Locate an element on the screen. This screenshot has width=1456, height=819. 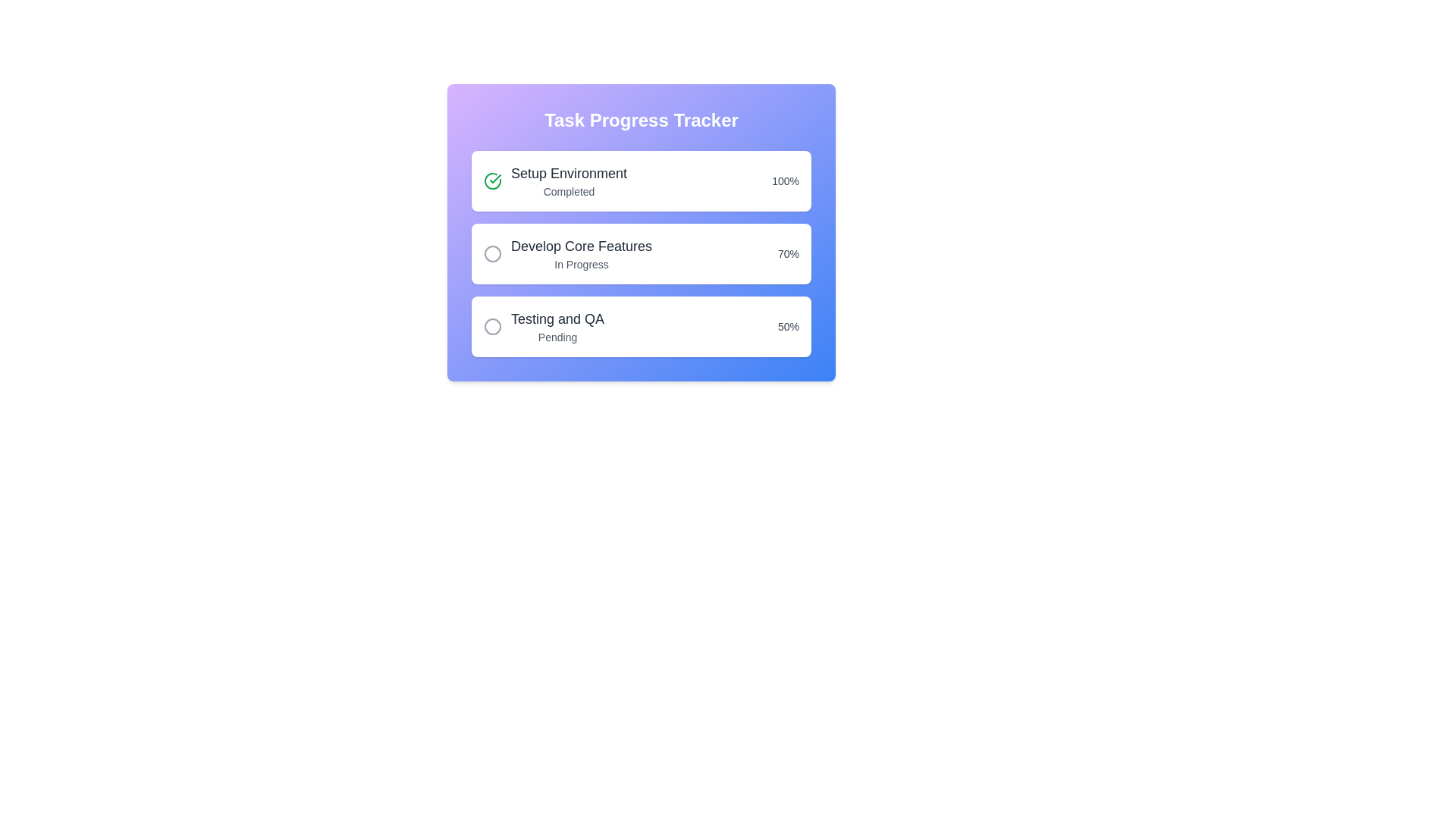
progress percentage displayed on the text label indicating that the task 'Develop Core Features' is 70% complete, located in the right portion of the card for this task is located at coordinates (789, 253).